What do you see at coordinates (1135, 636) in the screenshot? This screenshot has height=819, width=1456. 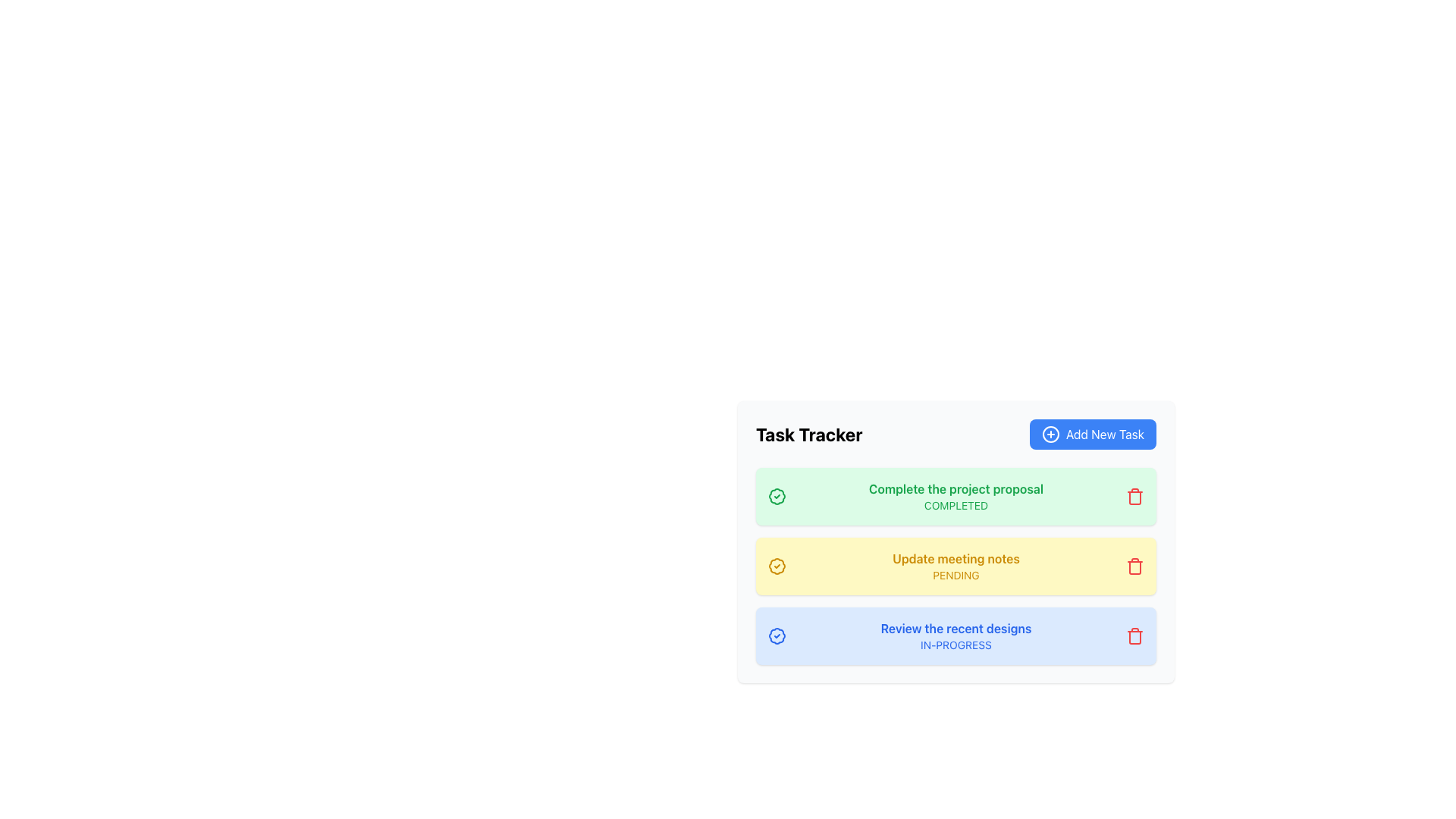 I see `the delete button located at the far right side of the task card for 'Review the recent designs'` at bounding box center [1135, 636].